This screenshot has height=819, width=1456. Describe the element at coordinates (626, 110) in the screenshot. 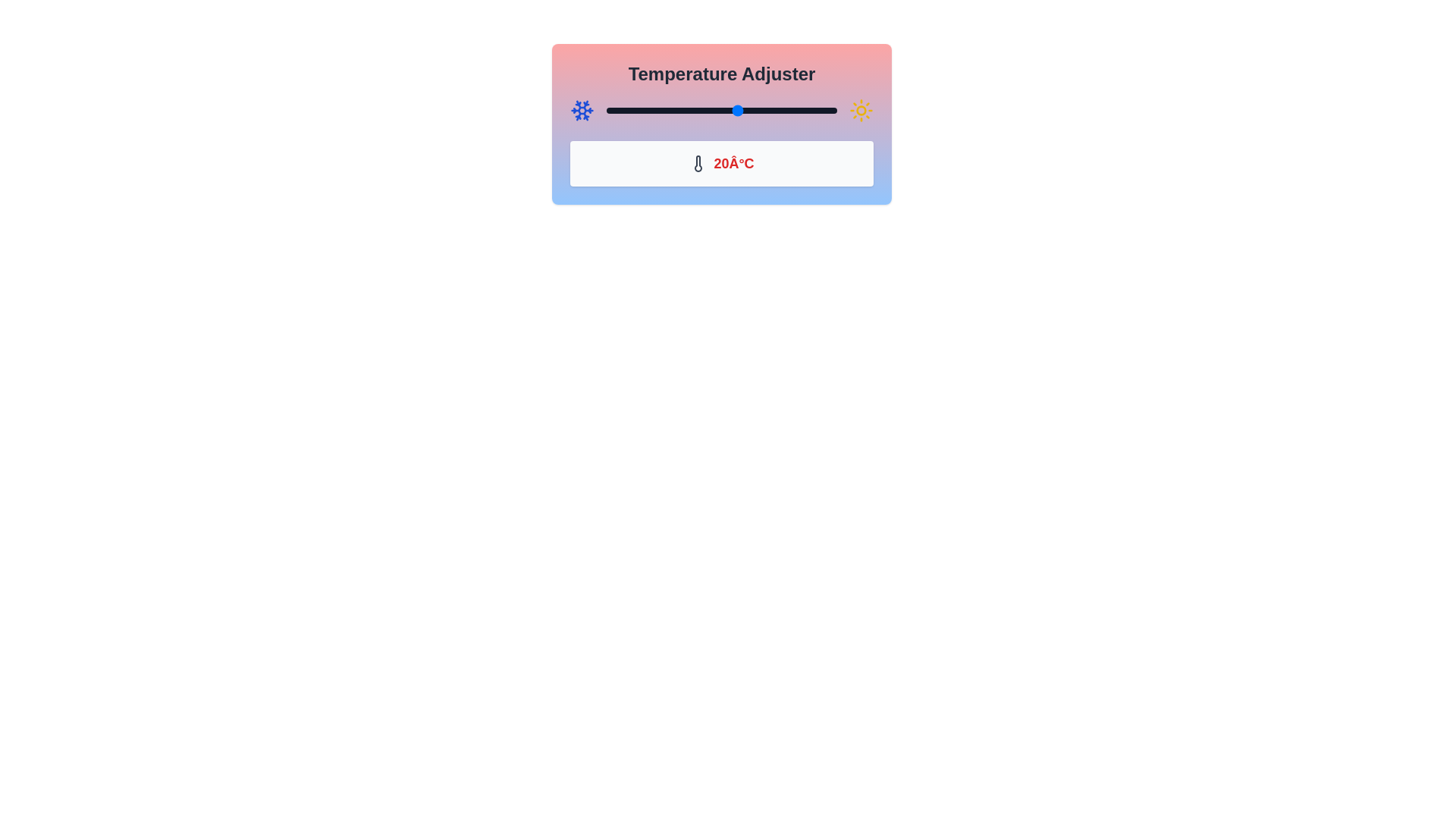

I see `the temperature to -14°C using the slider` at that location.